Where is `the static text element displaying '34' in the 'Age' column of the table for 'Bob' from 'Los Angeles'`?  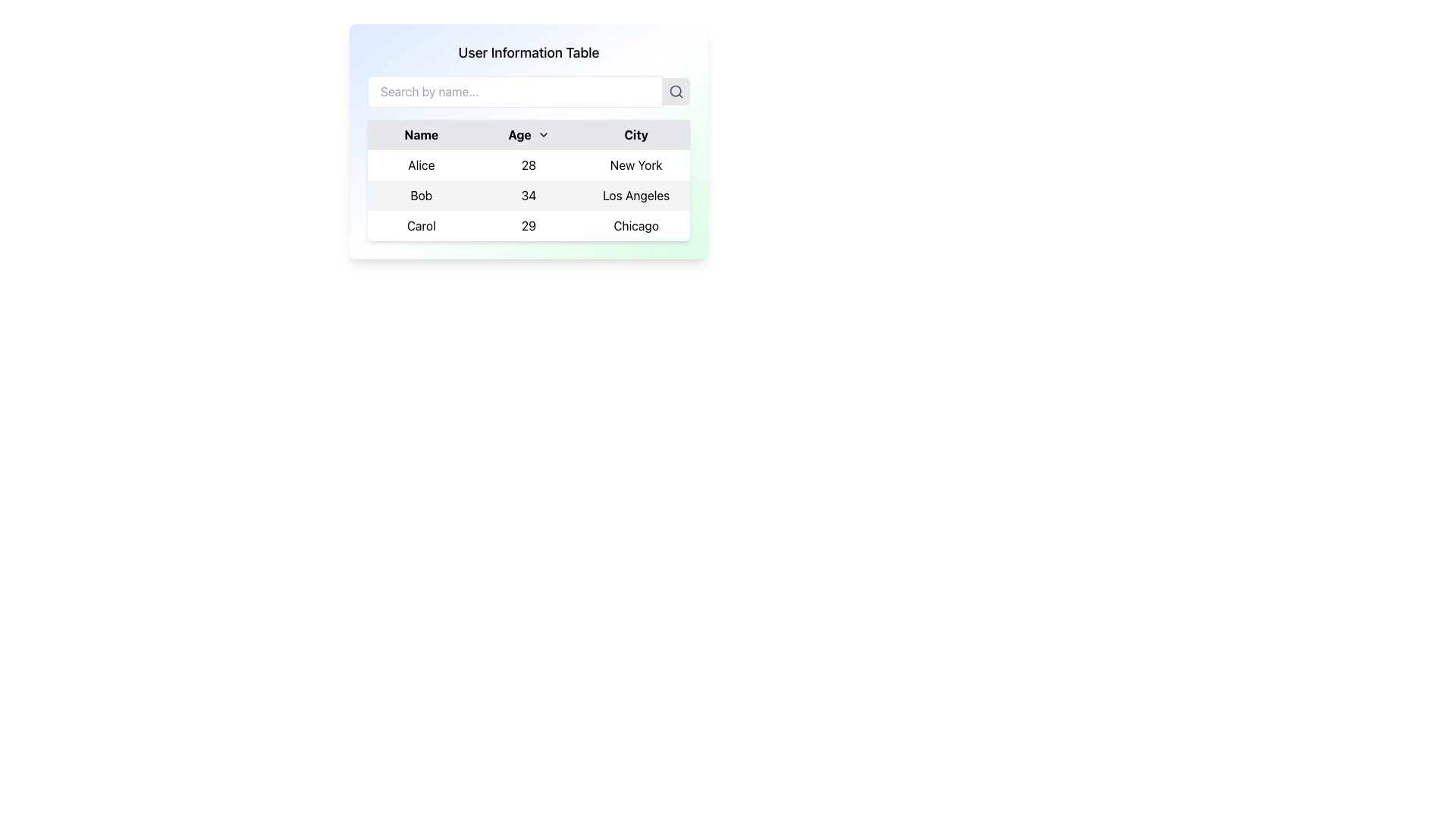 the static text element displaying '34' in the 'Age' column of the table for 'Bob' from 'Los Angeles' is located at coordinates (529, 195).